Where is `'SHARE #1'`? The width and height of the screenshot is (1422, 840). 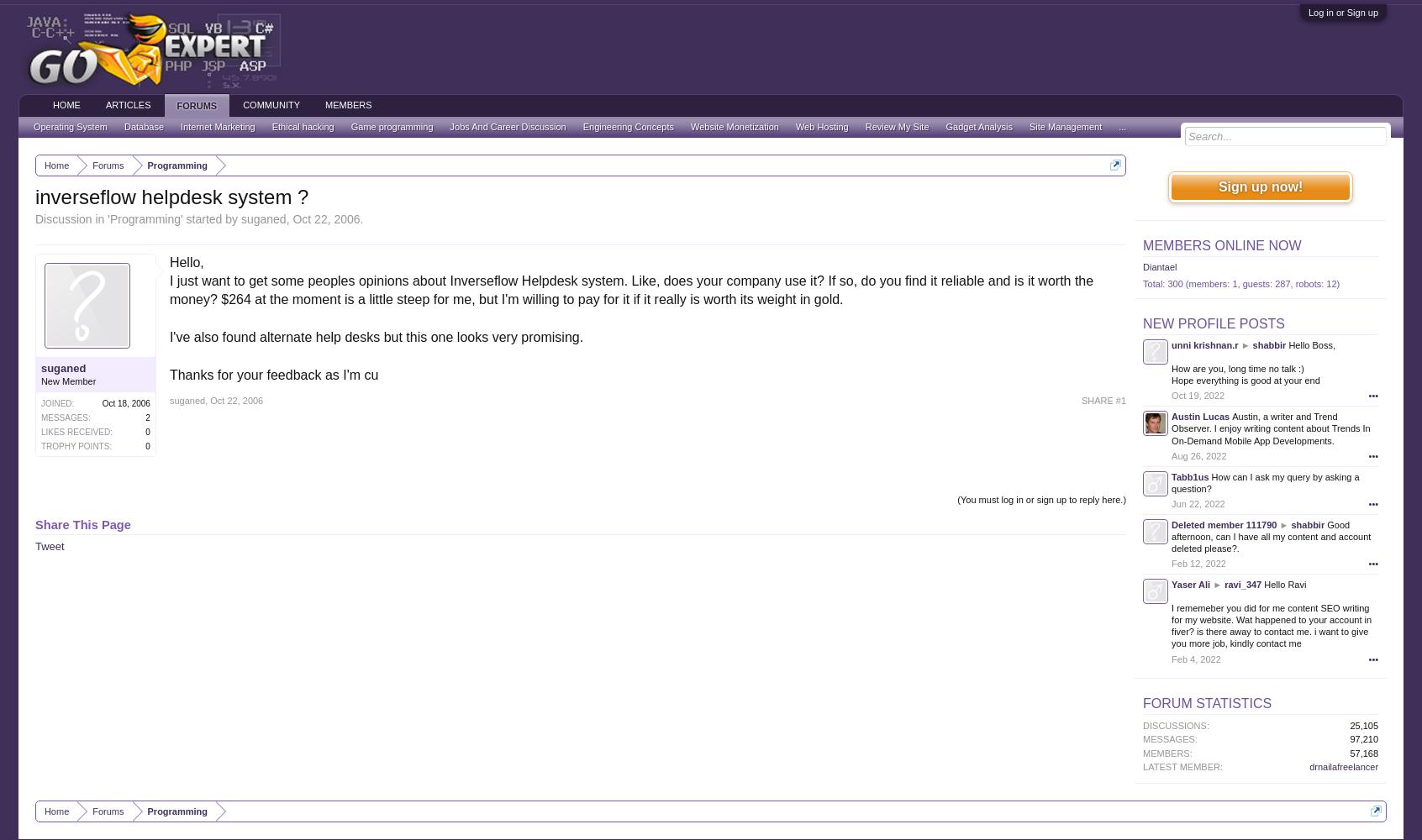 'SHARE #1' is located at coordinates (1102, 400).